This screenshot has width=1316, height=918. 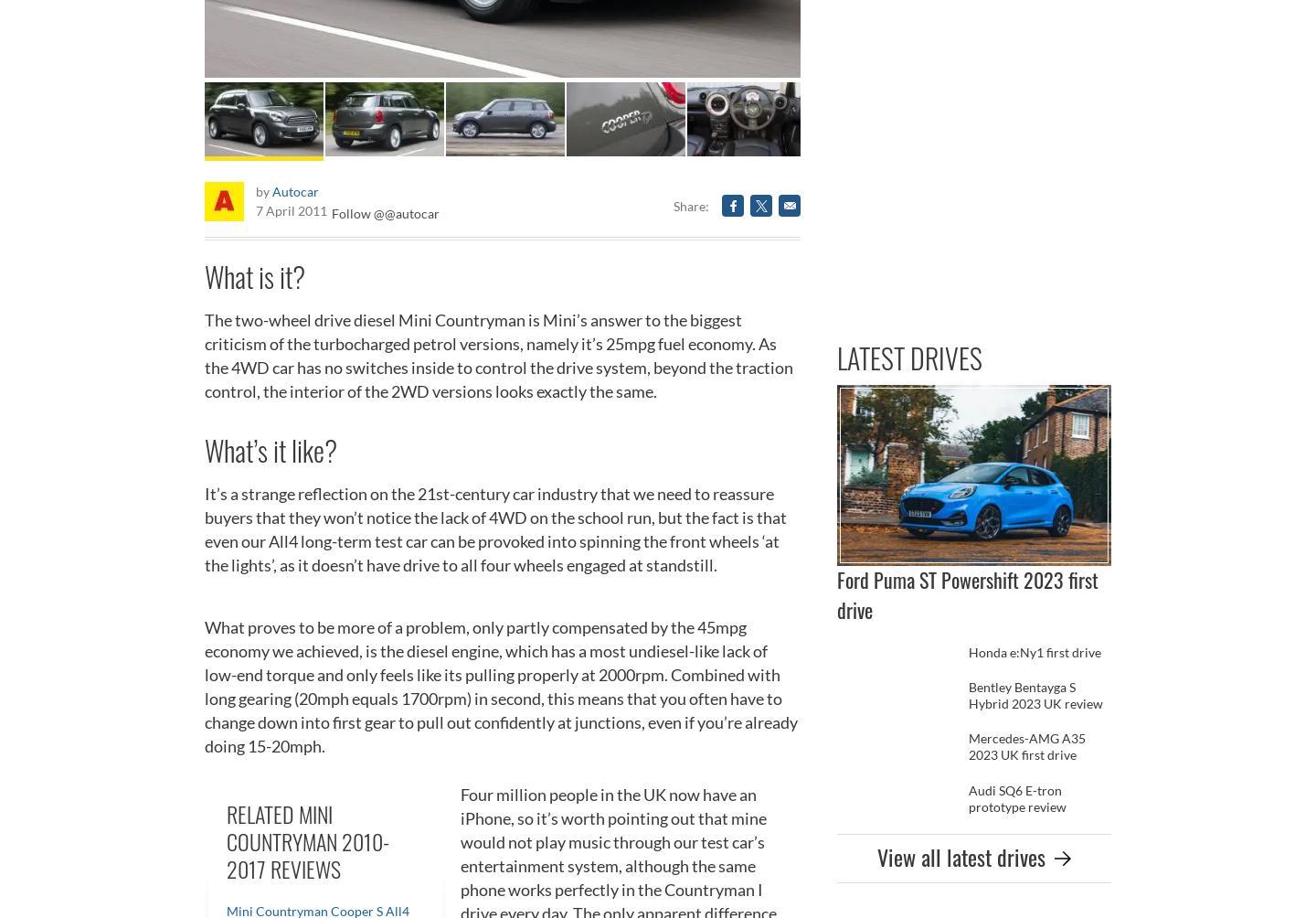 What do you see at coordinates (495, 528) in the screenshot?
I see `'It’s a strange reflection on the 21st-century car industry that we need to reassure buyers that they won’t notice the lack of 4WD on the school run, but the fact is that even our All4 long-term test car can be provoked into spinning the front wheels ‘at the lights’, as it doesn’t have drive to all four wheels engaged at standstill.'` at bounding box center [495, 528].